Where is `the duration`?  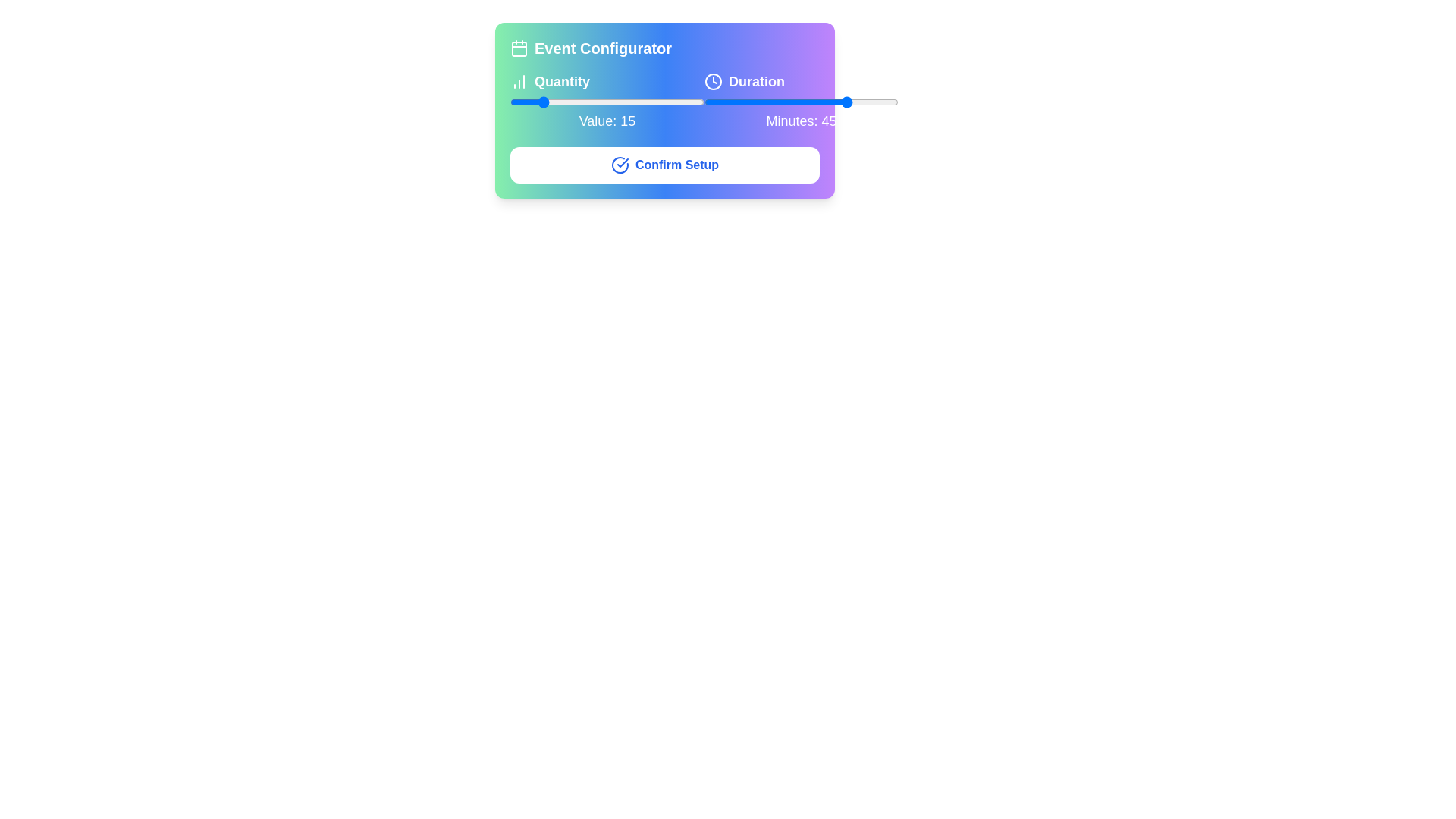
the duration is located at coordinates (723, 102).